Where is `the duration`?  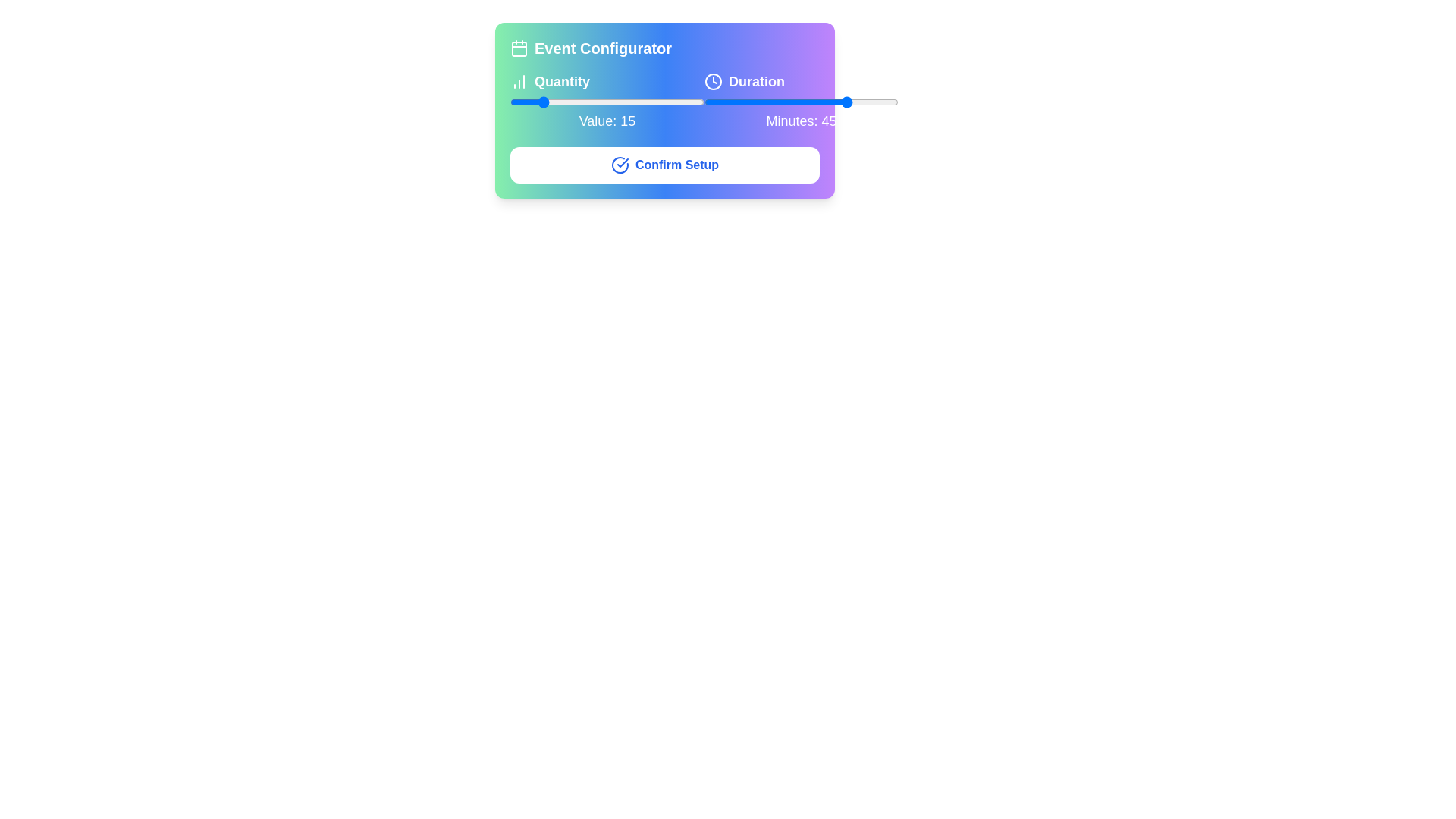
the duration is located at coordinates (723, 102).